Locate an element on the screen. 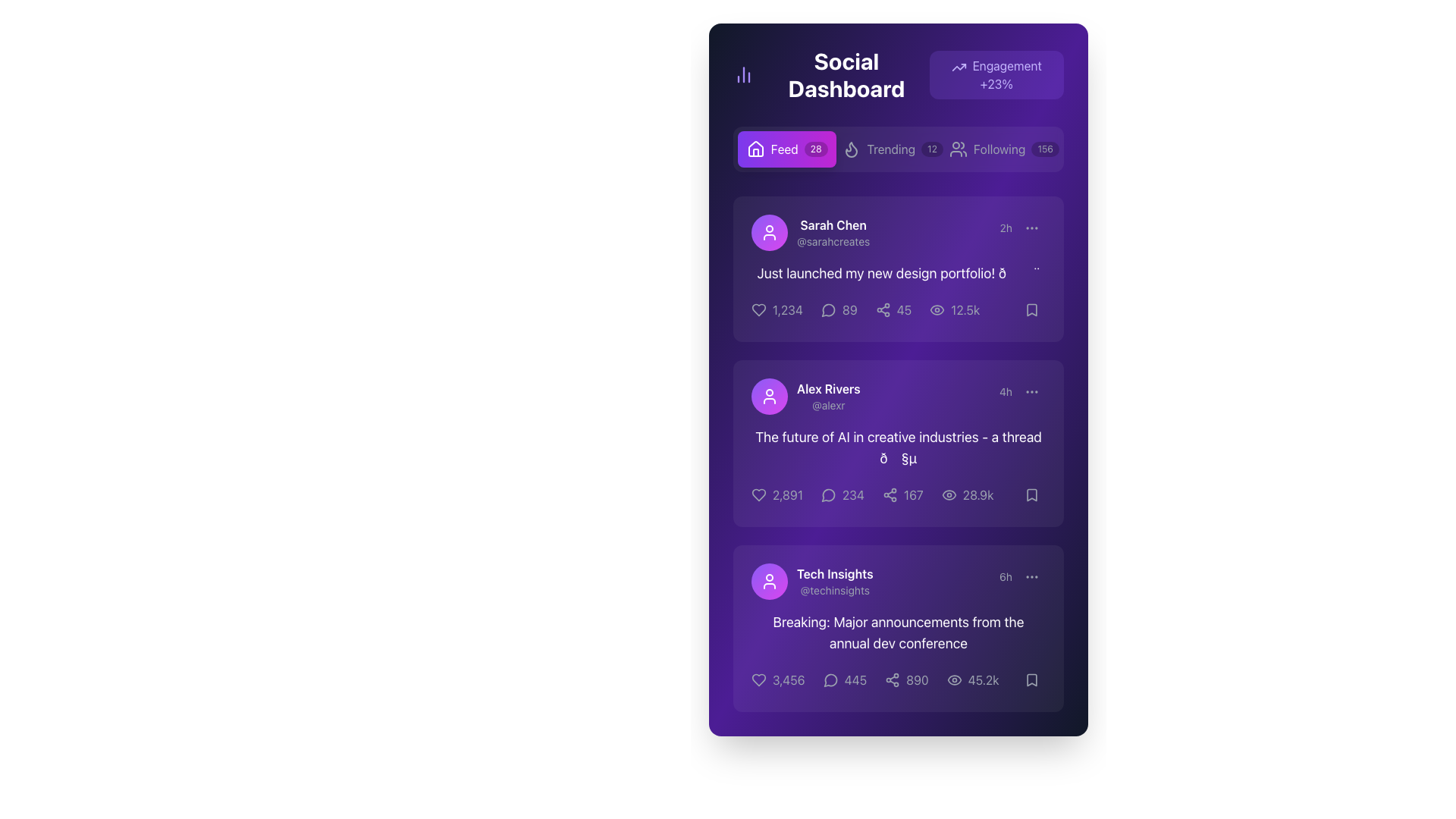 This screenshot has height=819, width=1456. the interactive label displaying the text '2,891' which is is located at coordinates (777, 494).